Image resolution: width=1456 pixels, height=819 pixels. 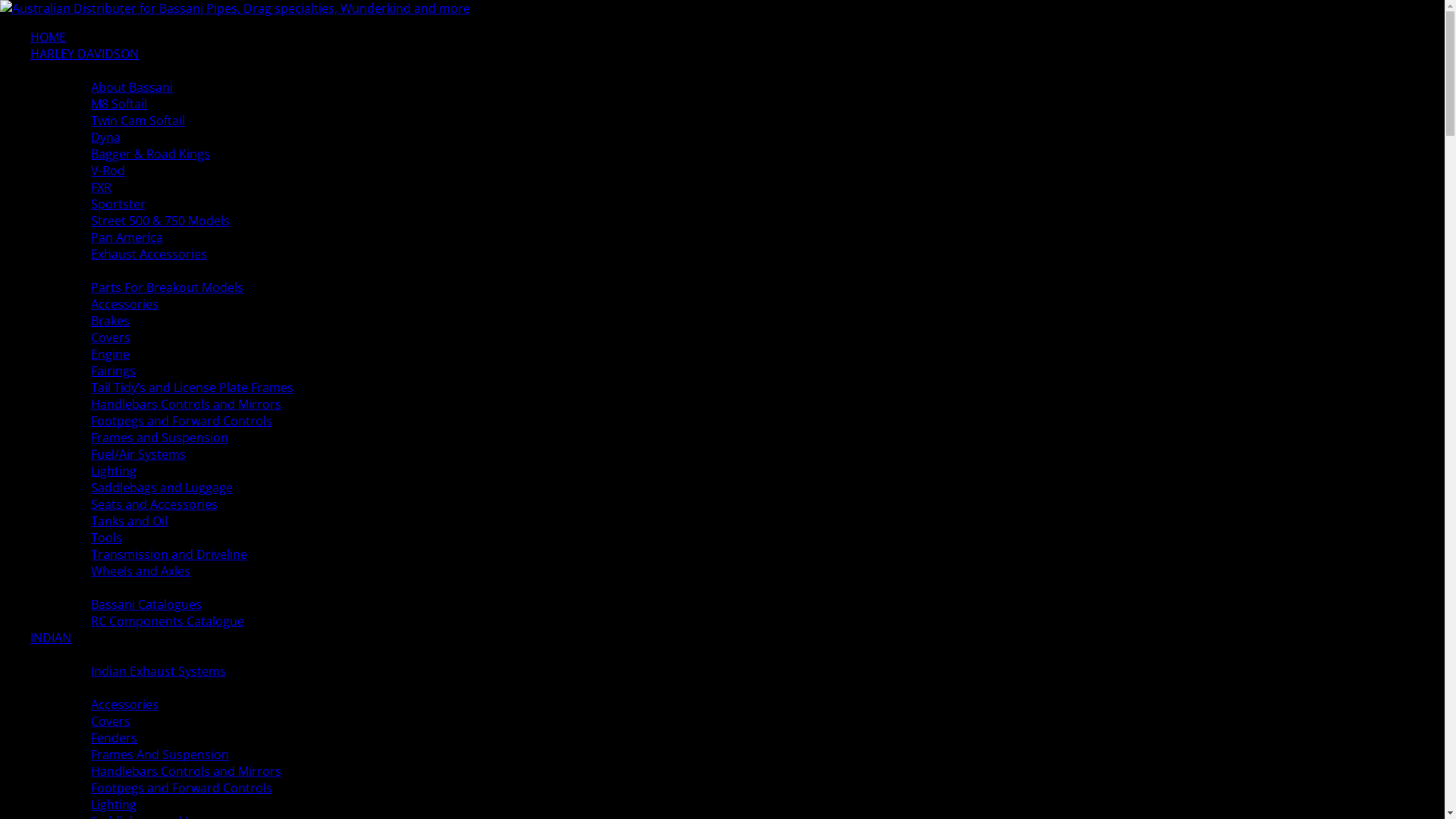 What do you see at coordinates (107, 170) in the screenshot?
I see `'V-Rod'` at bounding box center [107, 170].